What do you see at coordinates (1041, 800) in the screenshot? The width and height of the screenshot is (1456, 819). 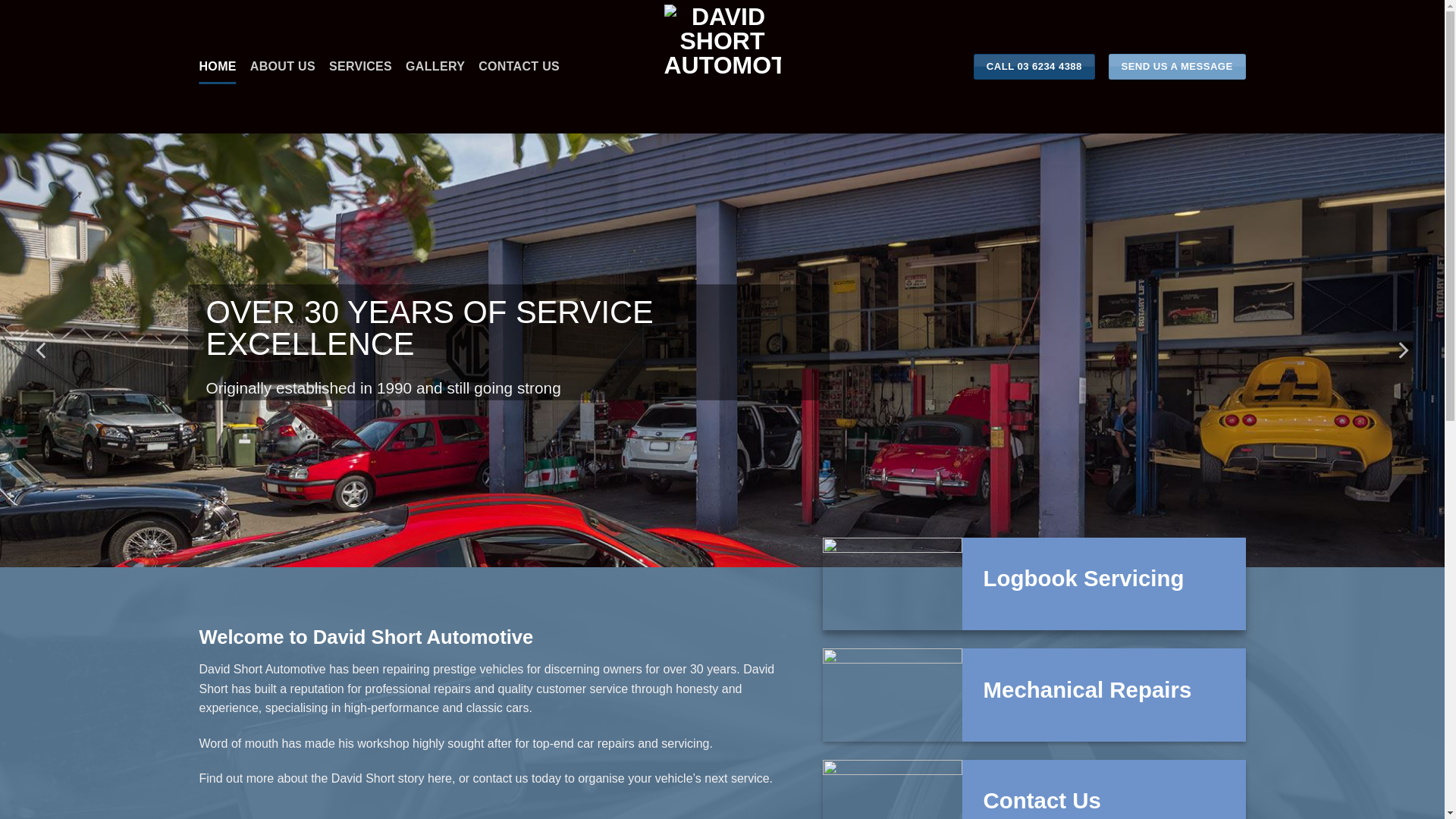 I see `'Contact Us'` at bounding box center [1041, 800].